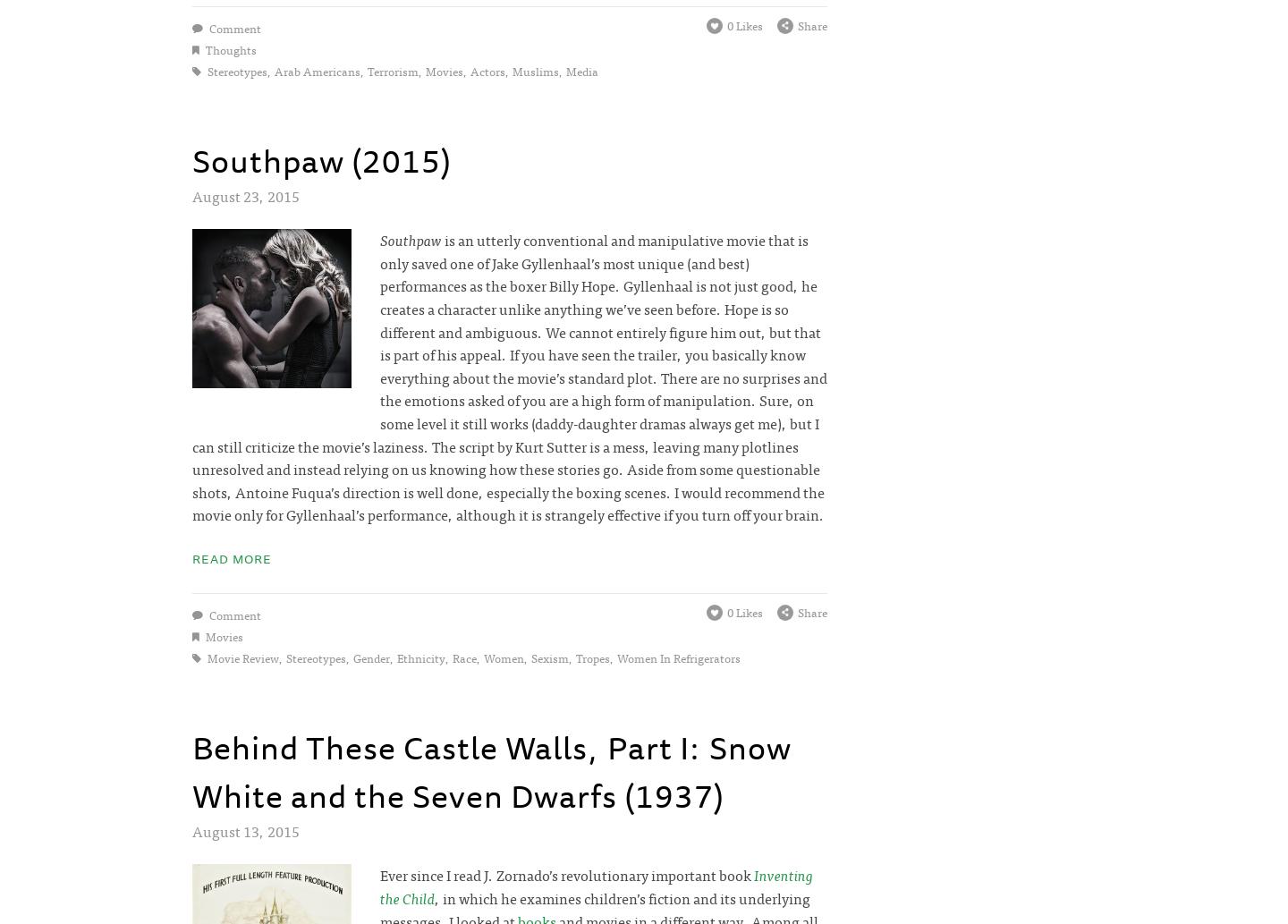 The image size is (1288, 924). Describe the element at coordinates (369, 657) in the screenshot. I see `'gender'` at that location.